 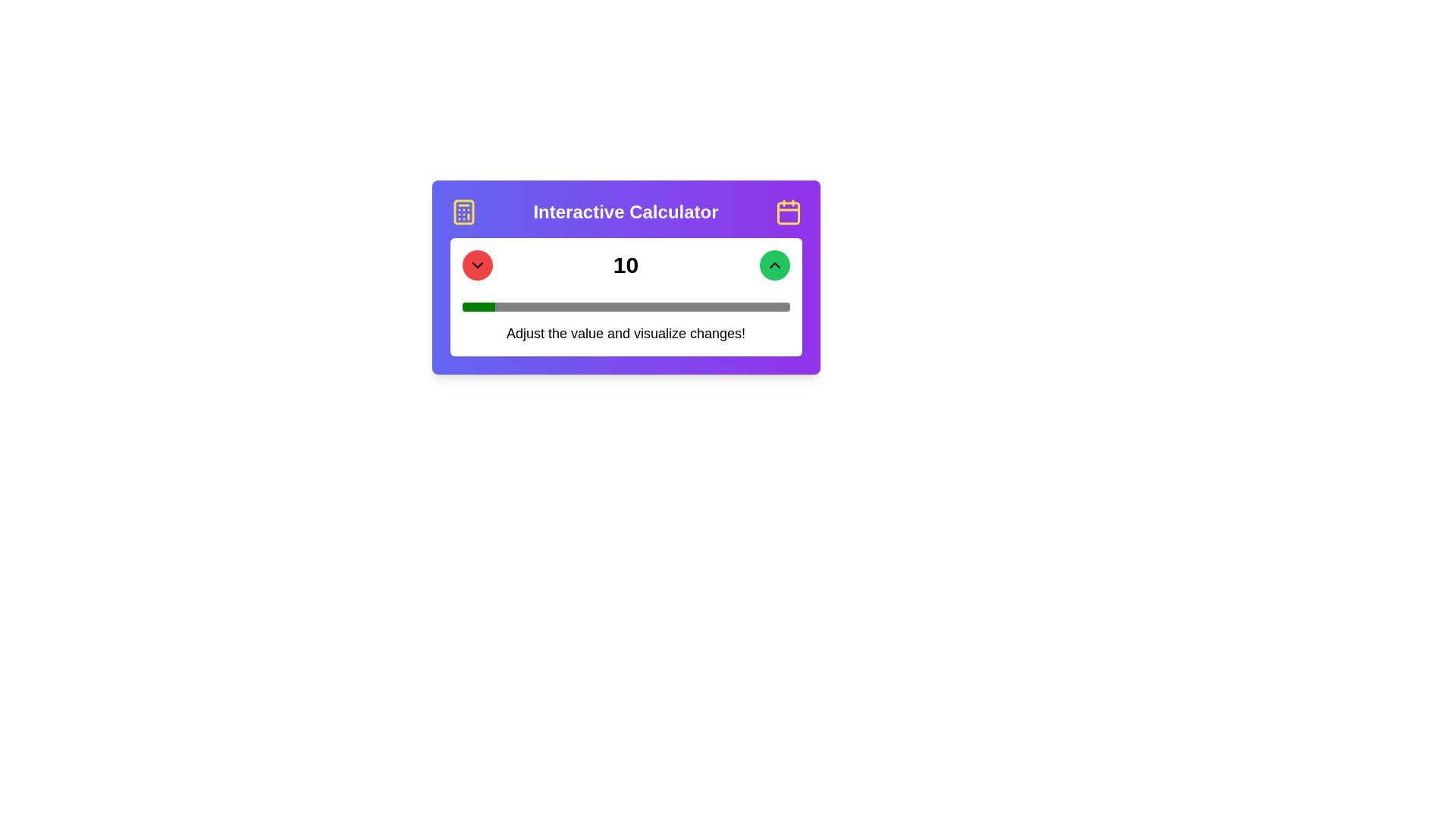 I want to click on the slider value, so click(x=588, y=307).